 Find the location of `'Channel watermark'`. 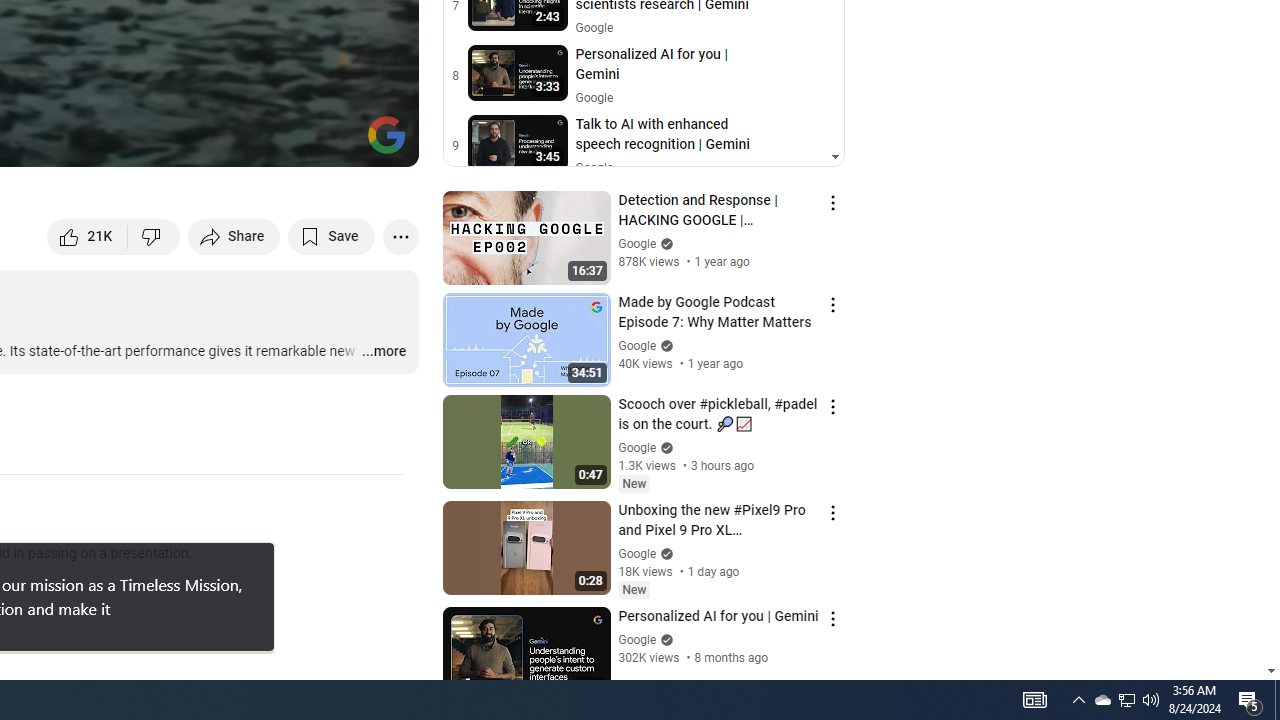

'Channel watermark' is located at coordinates (386, 135).